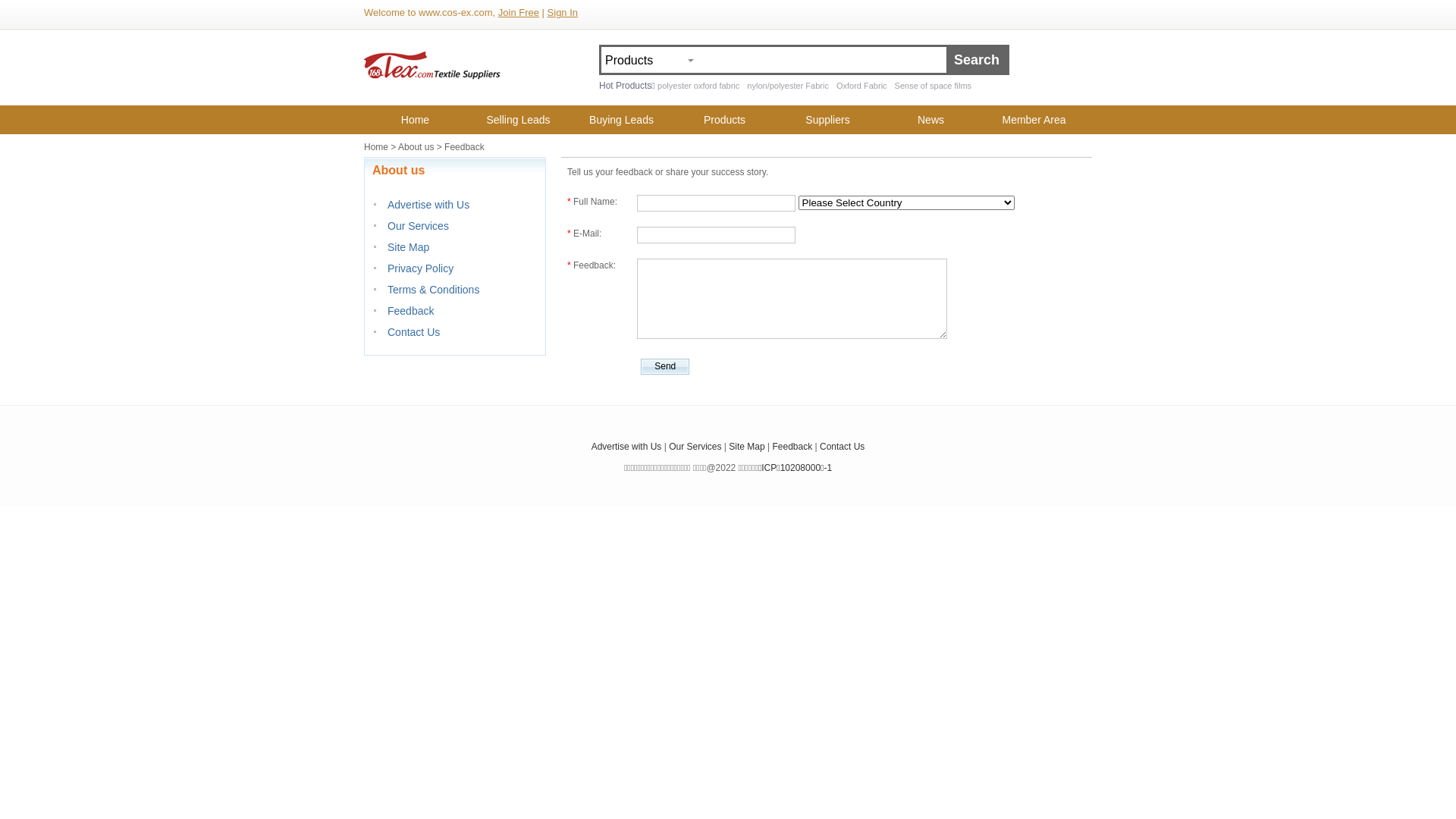  What do you see at coordinates (976, 58) in the screenshot?
I see `'Search'` at bounding box center [976, 58].